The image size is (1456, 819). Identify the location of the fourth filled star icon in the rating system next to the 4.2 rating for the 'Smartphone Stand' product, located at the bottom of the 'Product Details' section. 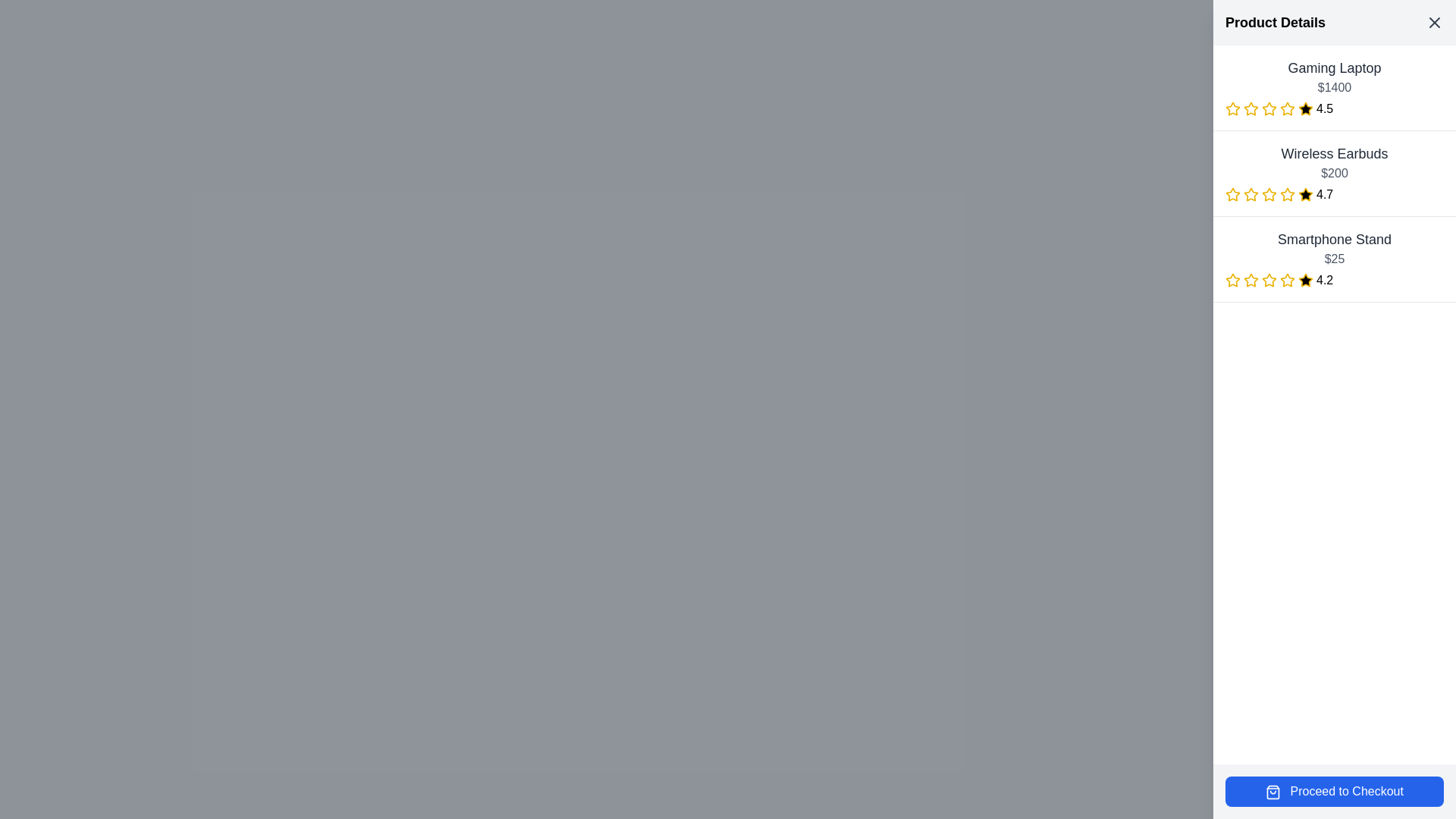
(1305, 280).